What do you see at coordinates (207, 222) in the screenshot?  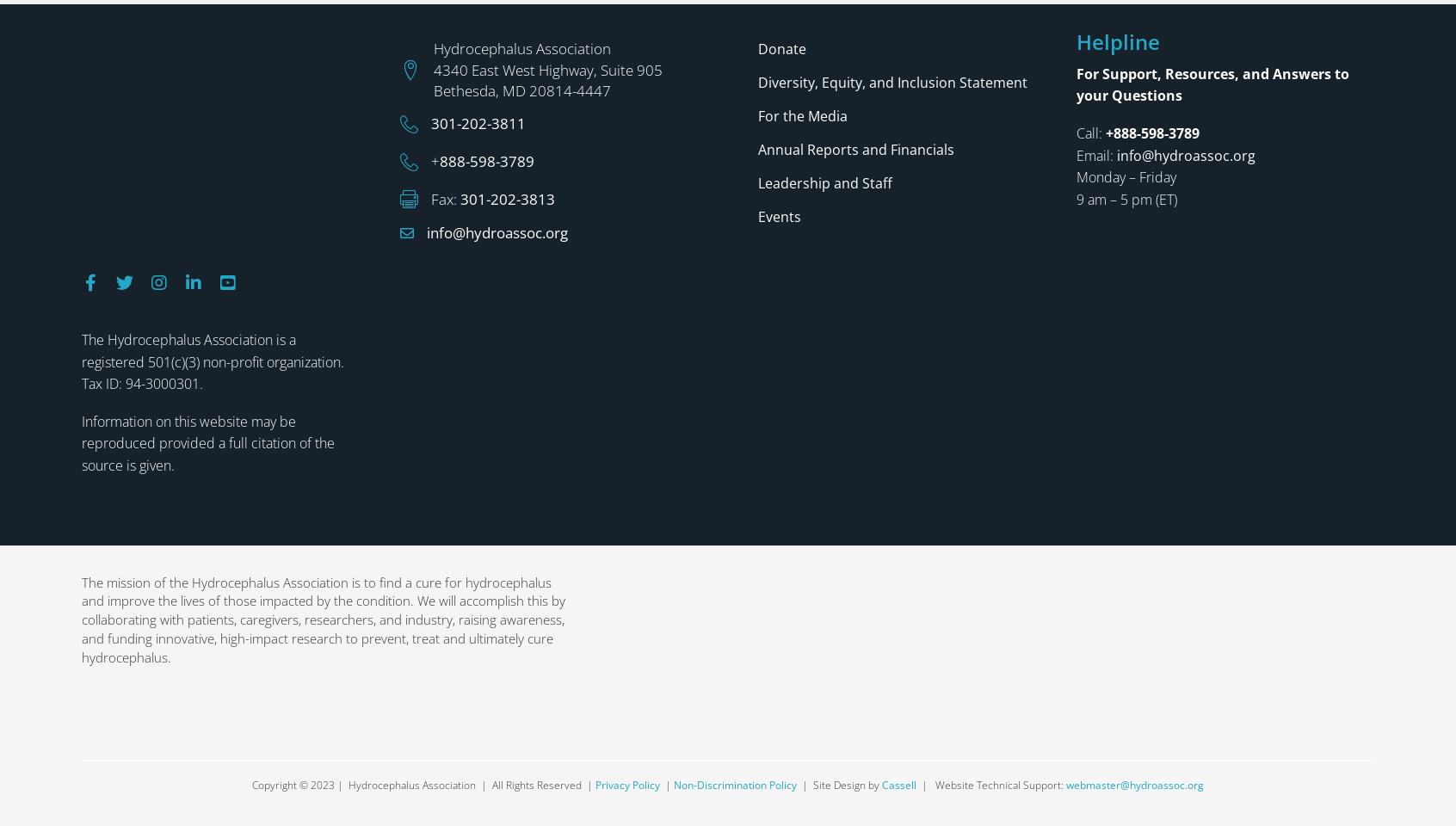 I see `'Information on this website may be reproduced provided a full citation of the source is given.'` at bounding box center [207, 222].